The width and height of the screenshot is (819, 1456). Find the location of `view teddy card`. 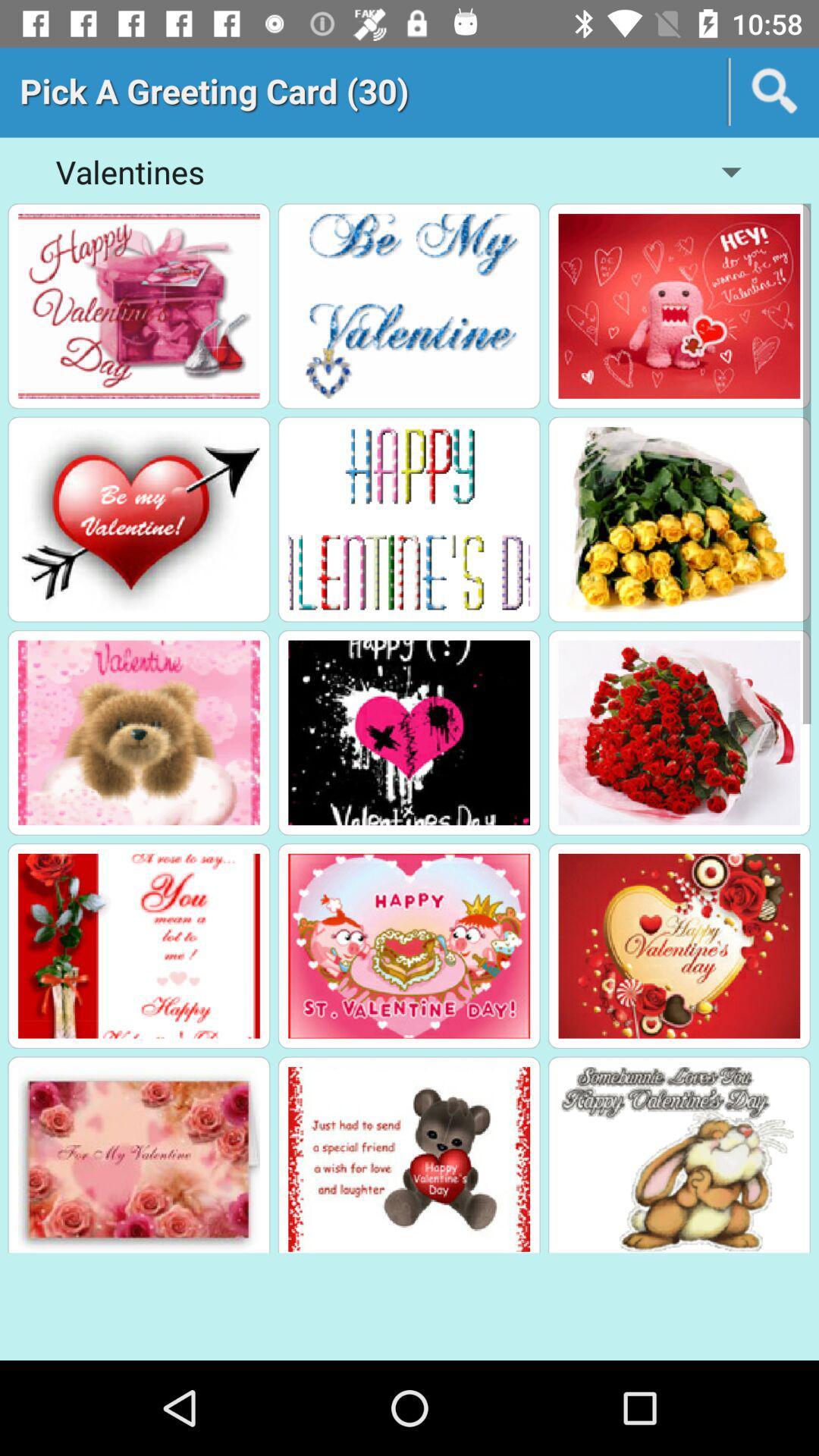

view teddy card is located at coordinates (408, 1158).